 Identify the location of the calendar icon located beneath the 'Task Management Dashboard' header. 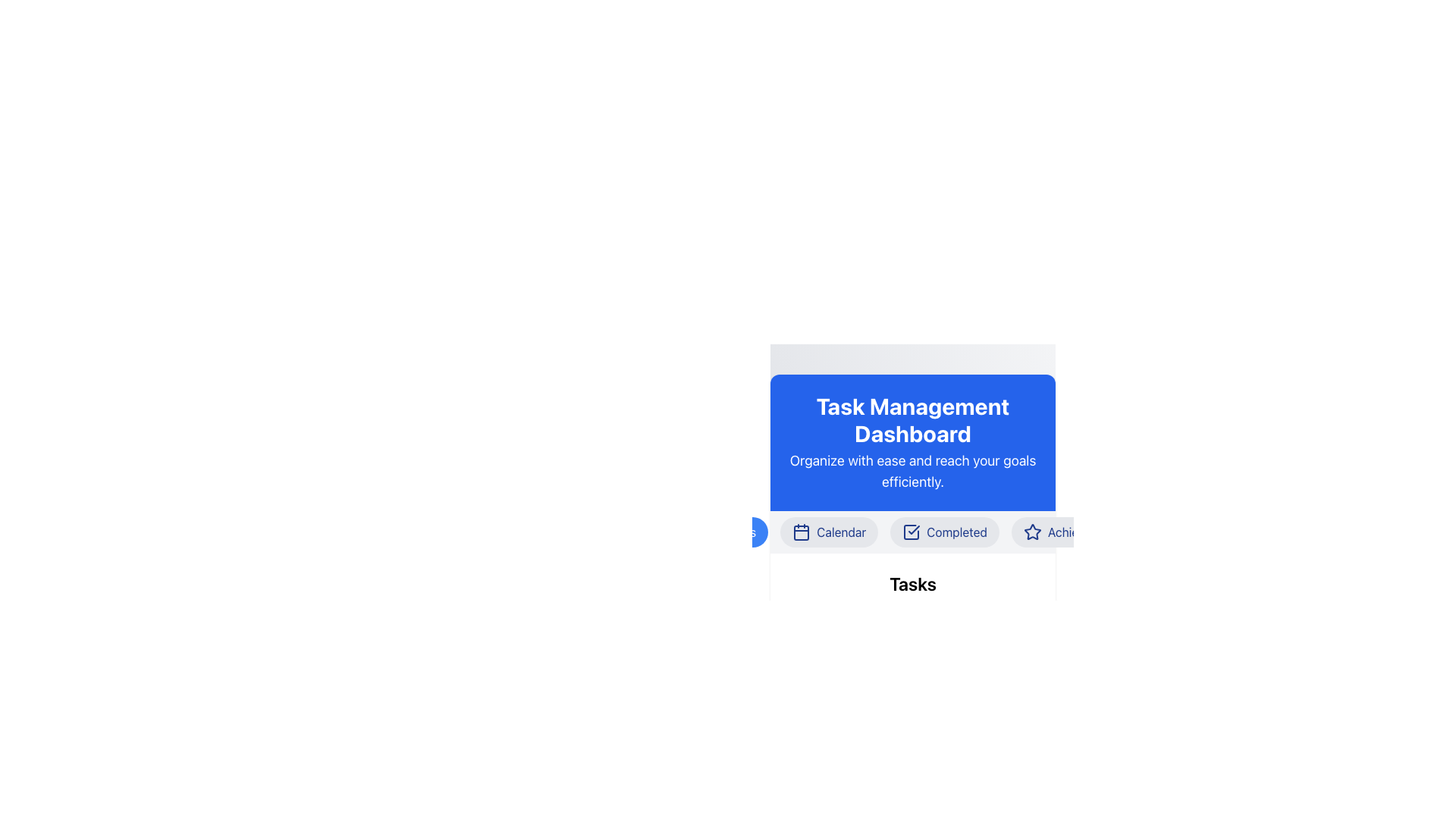
(801, 532).